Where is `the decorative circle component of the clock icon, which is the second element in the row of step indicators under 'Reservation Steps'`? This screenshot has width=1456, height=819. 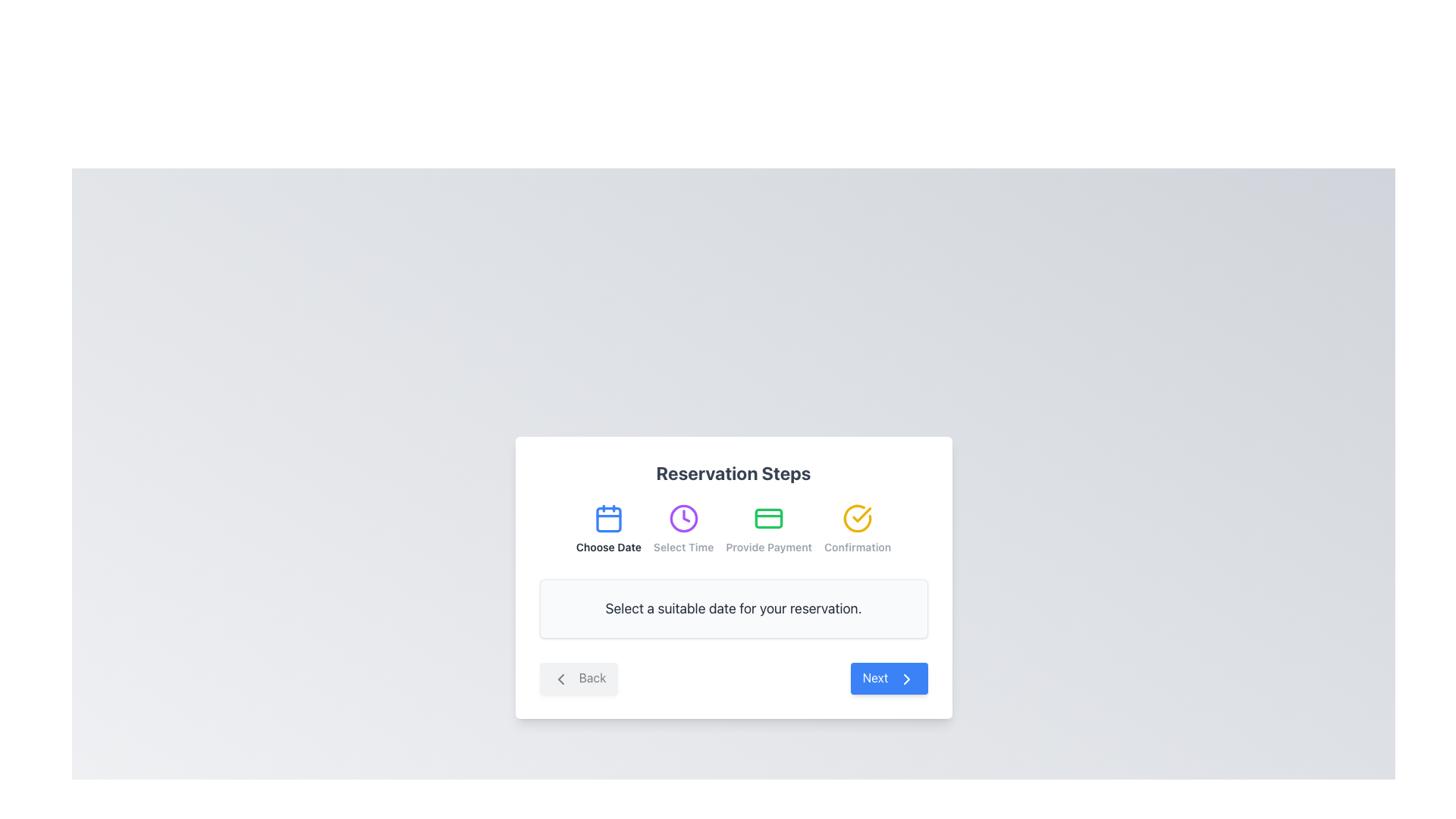
the decorative circle component of the clock icon, which is the second element in the row of step indicators under 'Reservation Steps' is located at coordinates (682, 518).